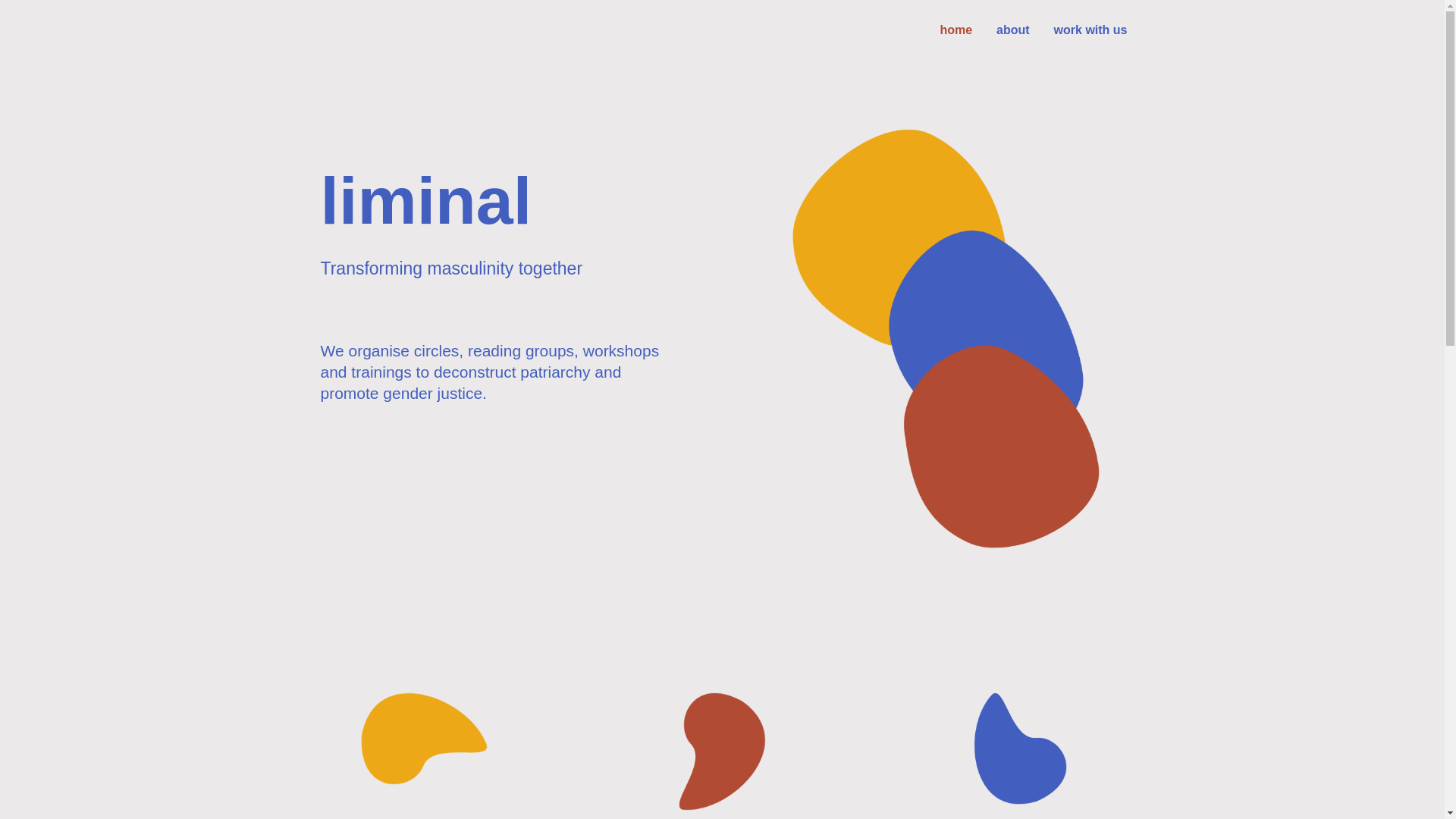 This screenshot has width=1456, height=819. What do you see at coordinates (955, 30) in the screenshot?
I see `'home'` at bounding box center [955, 30].